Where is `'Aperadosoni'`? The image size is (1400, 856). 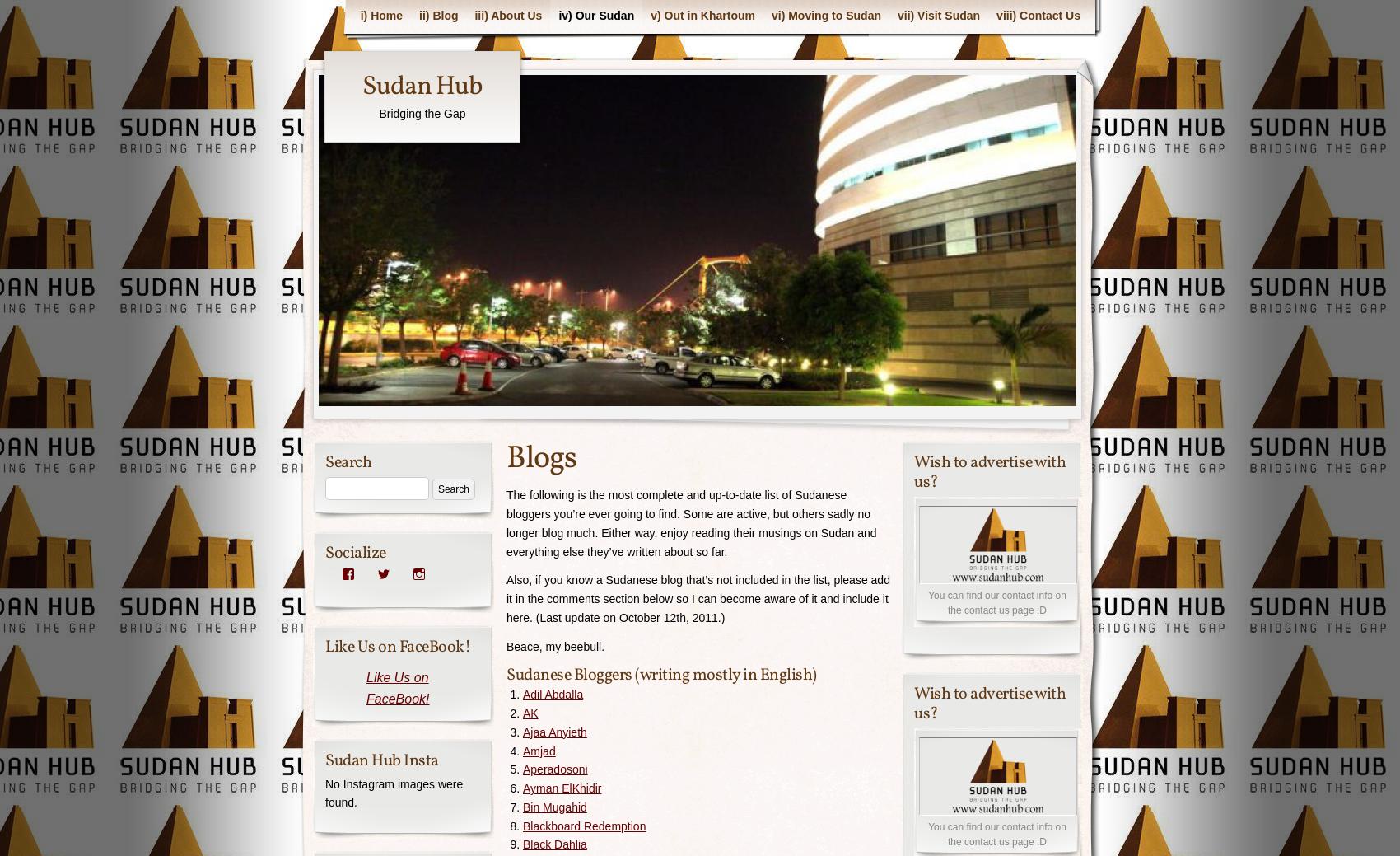
'Aperadosoni' is located at coordinates (555, 769).